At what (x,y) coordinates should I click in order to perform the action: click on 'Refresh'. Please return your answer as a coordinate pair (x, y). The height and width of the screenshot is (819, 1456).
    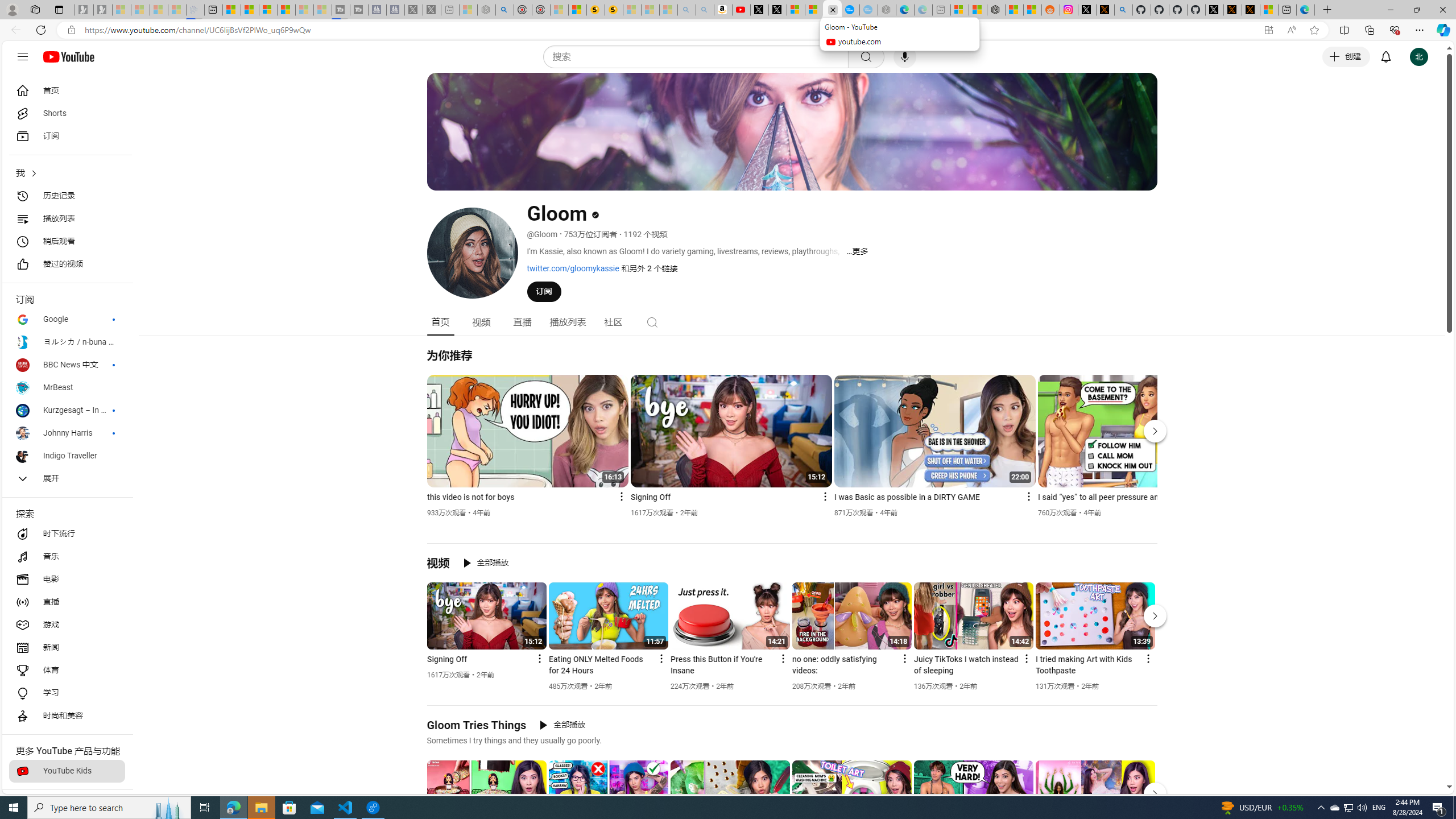
    Looking at the image, I should click on (40, 29).